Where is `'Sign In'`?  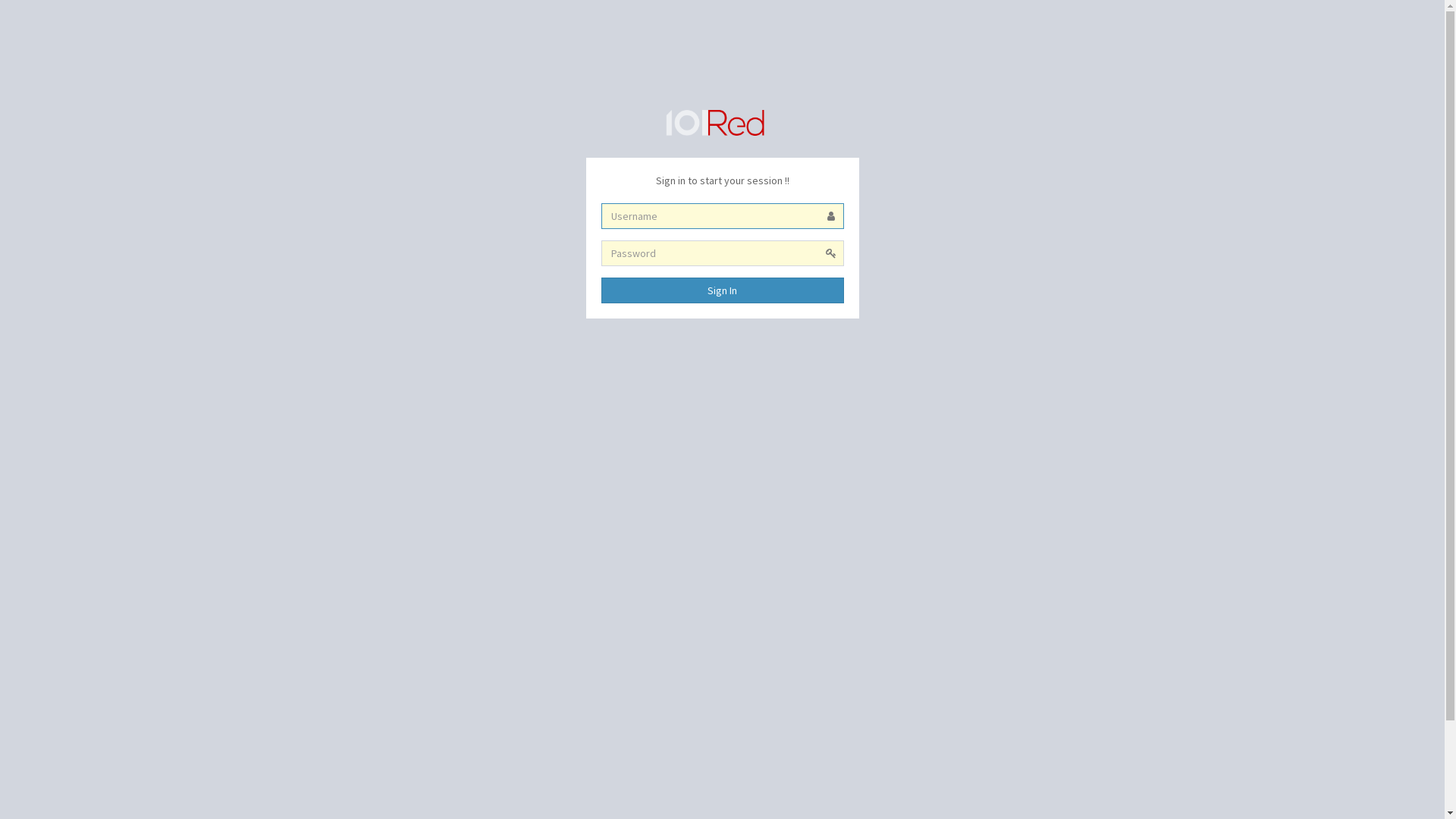
'Sign In' is located at coordinates (720, 290).